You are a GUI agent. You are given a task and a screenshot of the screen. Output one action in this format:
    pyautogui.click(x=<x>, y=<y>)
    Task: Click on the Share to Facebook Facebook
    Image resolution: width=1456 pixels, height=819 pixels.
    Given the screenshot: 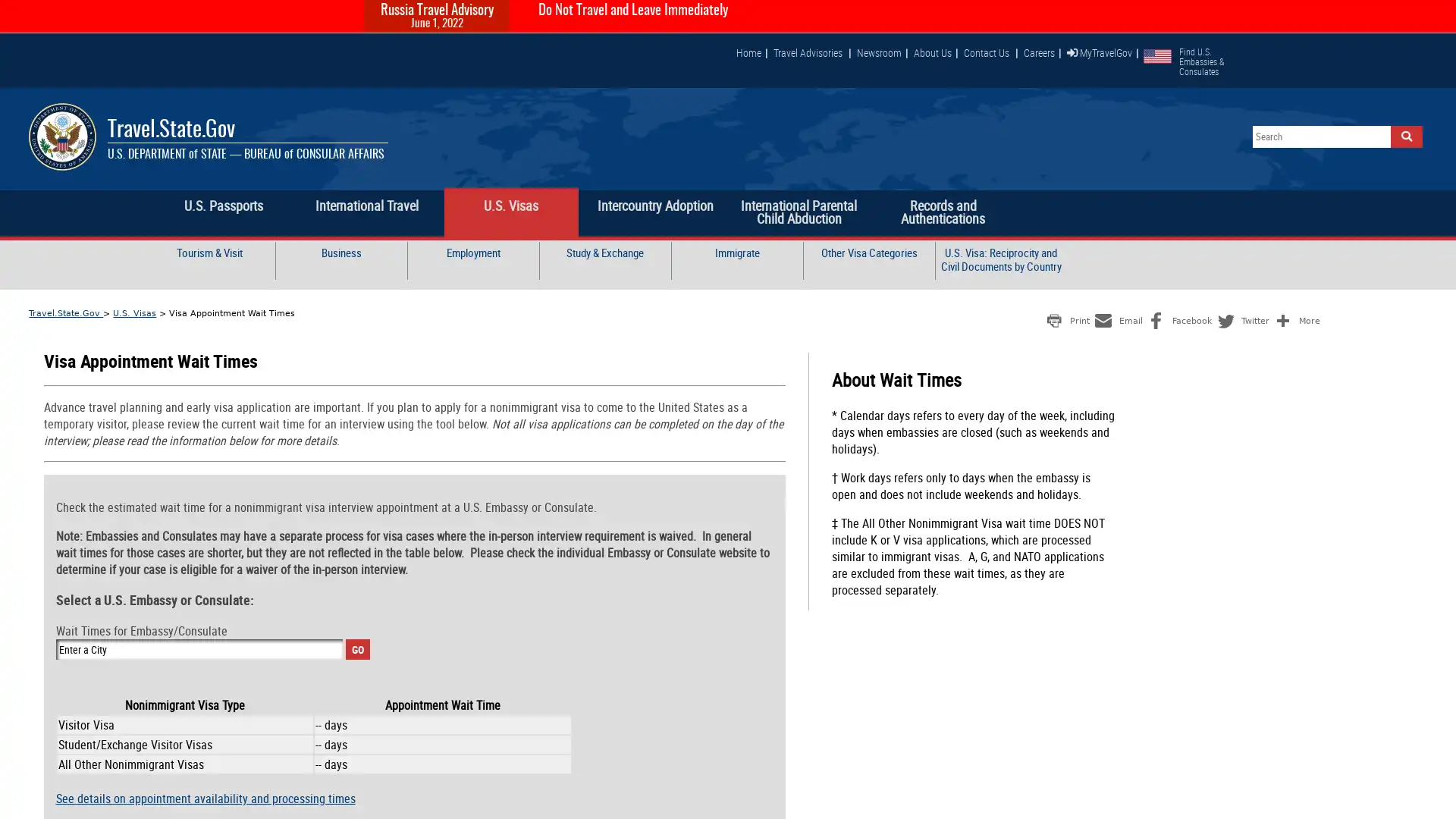 What is the action you would take?
    pyautogui.click(x=1178, y=318)
    